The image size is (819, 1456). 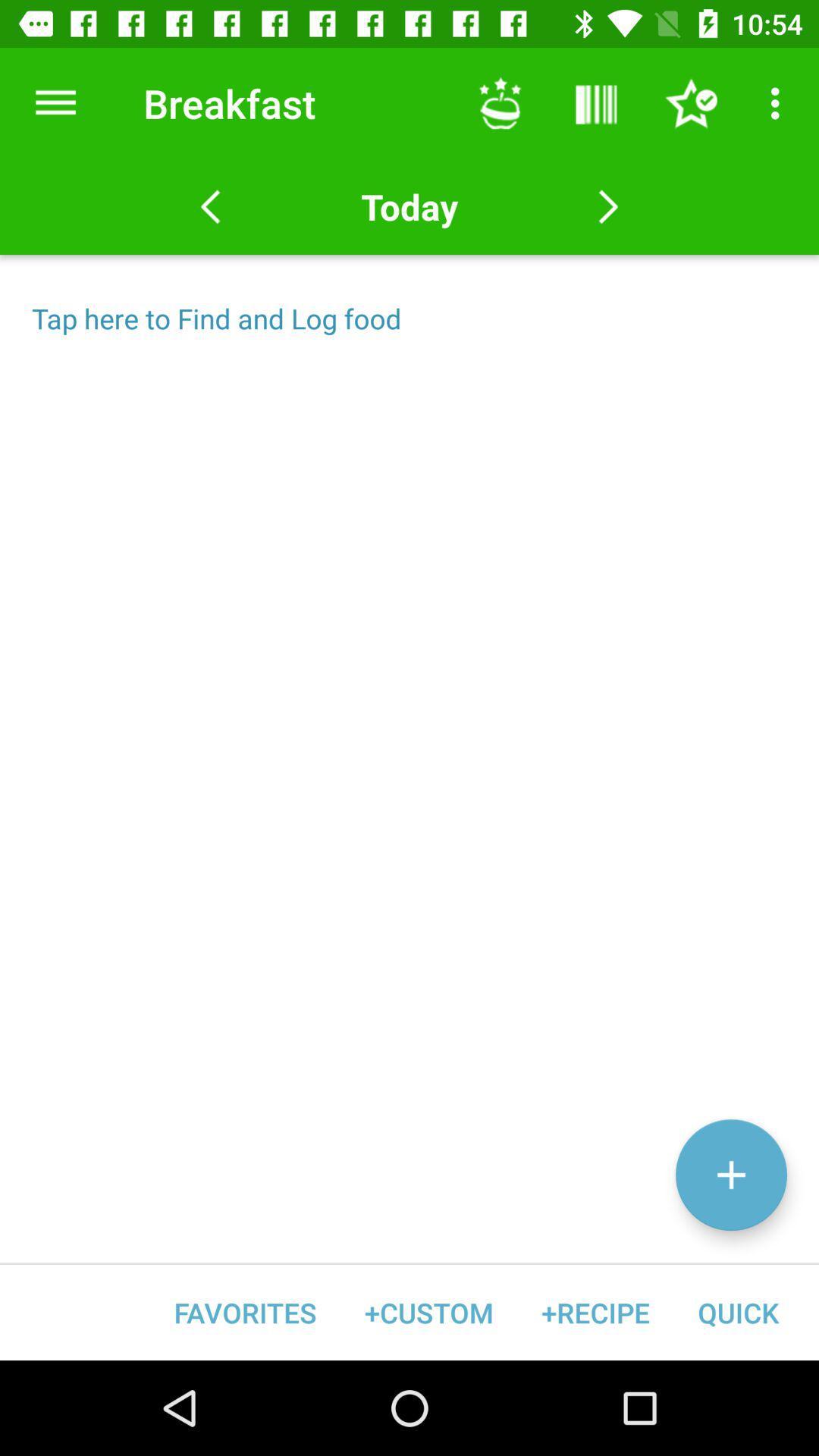 What do you see at coordinates (244, 1312) in the screenshot?
I see `the favorites at the bottom left corner` at bounding box center [244, 1312].